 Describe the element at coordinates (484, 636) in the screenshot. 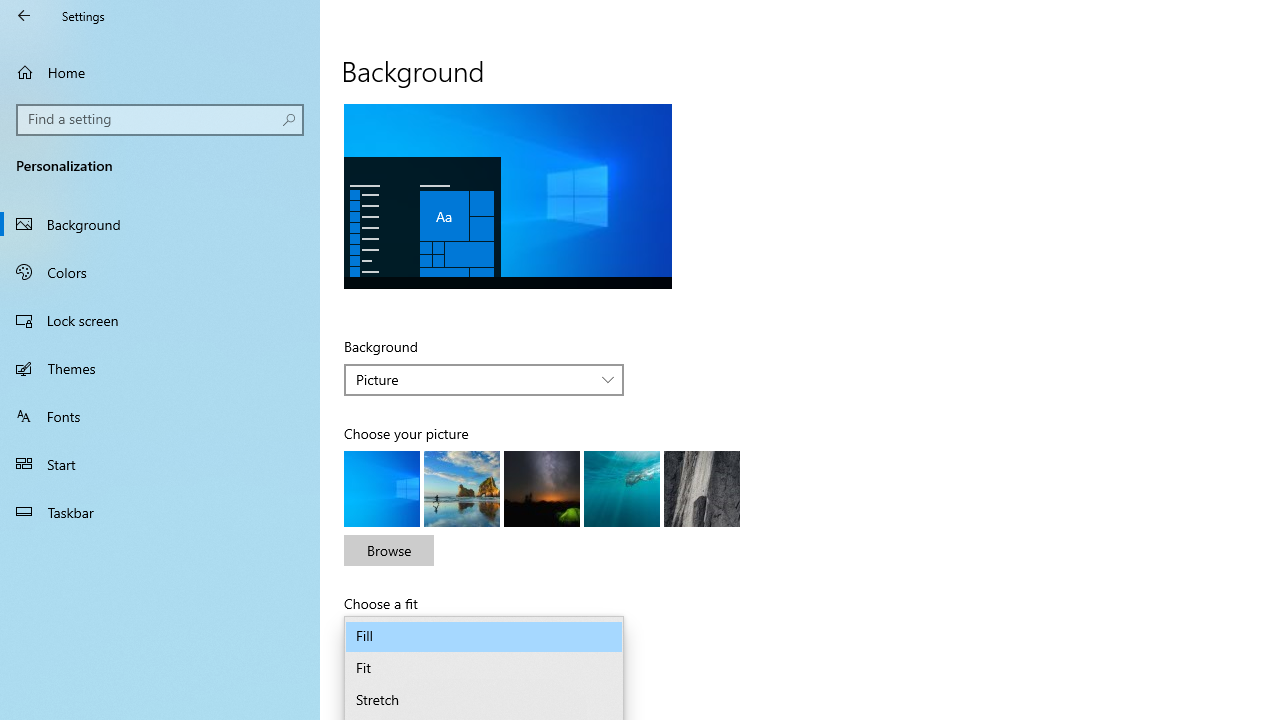

I see `'Choose a fit'` at that location.